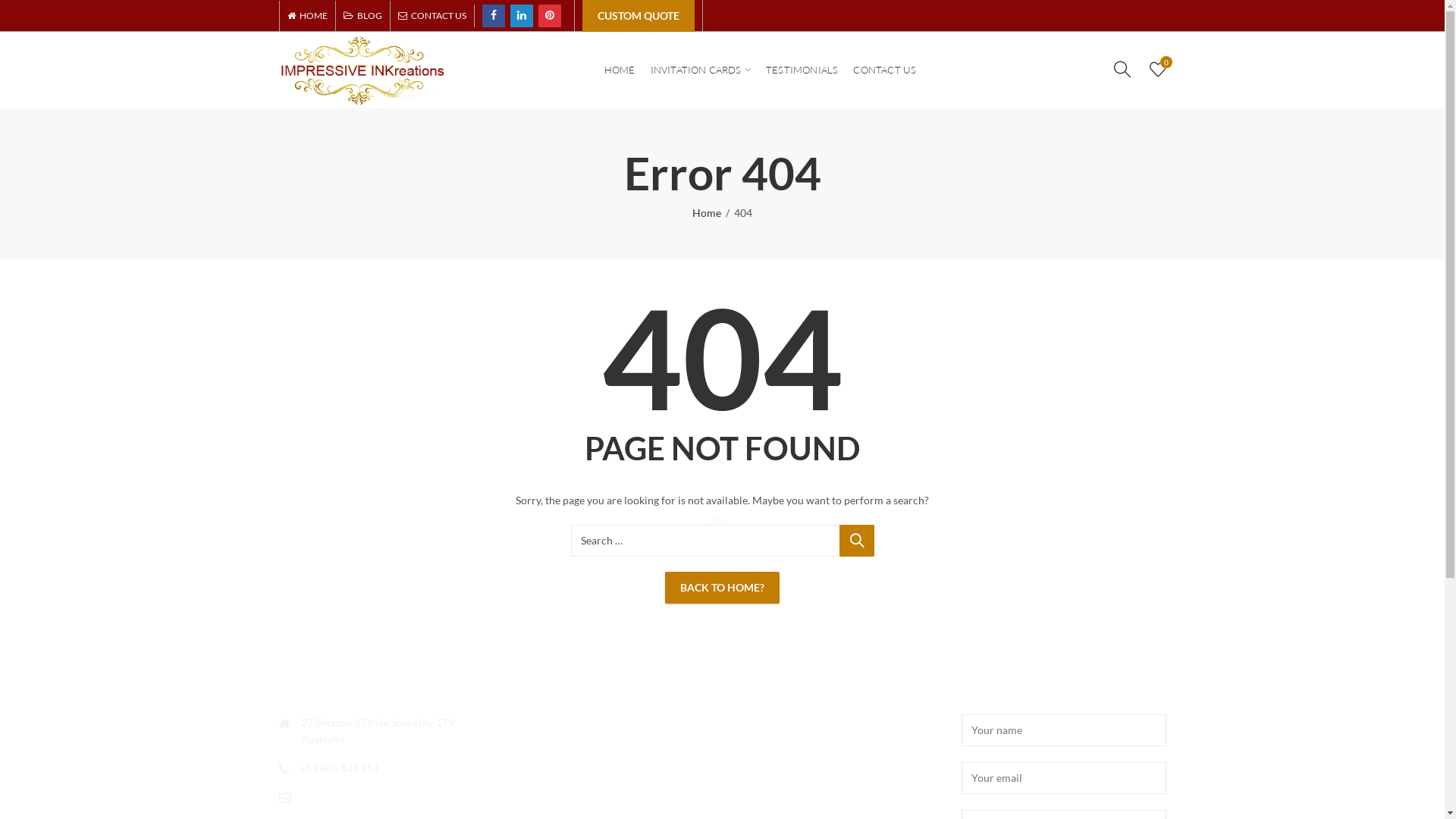 This screenshot has height=819, width=1456. What do you see at coordinates (309, 15) in the screenshot?
I see `'HOME'` at bounding box center [309, 15].